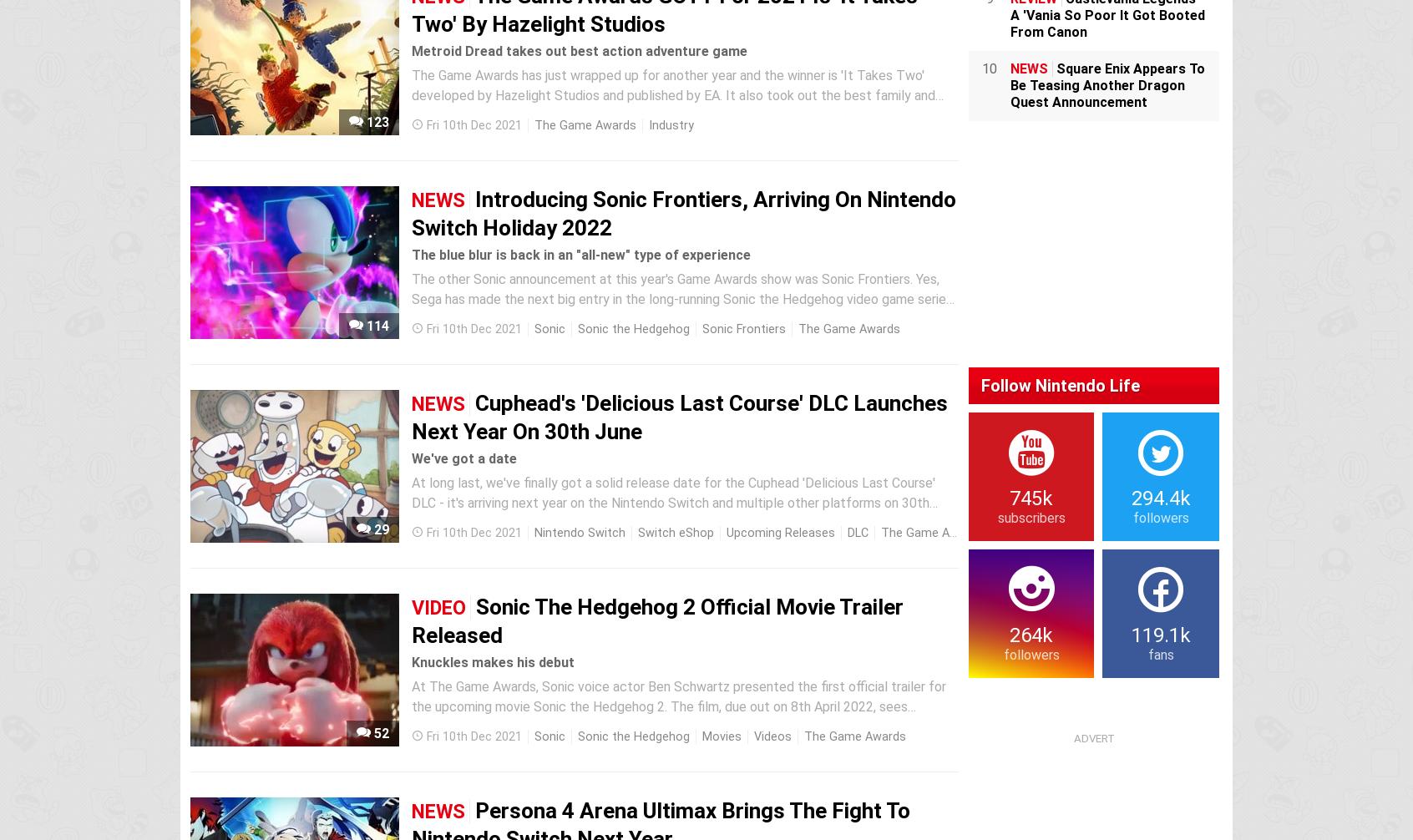  Describe the element at coordinates (680, 416) in the screenshot. I see `'Cuphead's 'Delicious Last Course' DLC Launches Next Year On 30th June'` at that location.